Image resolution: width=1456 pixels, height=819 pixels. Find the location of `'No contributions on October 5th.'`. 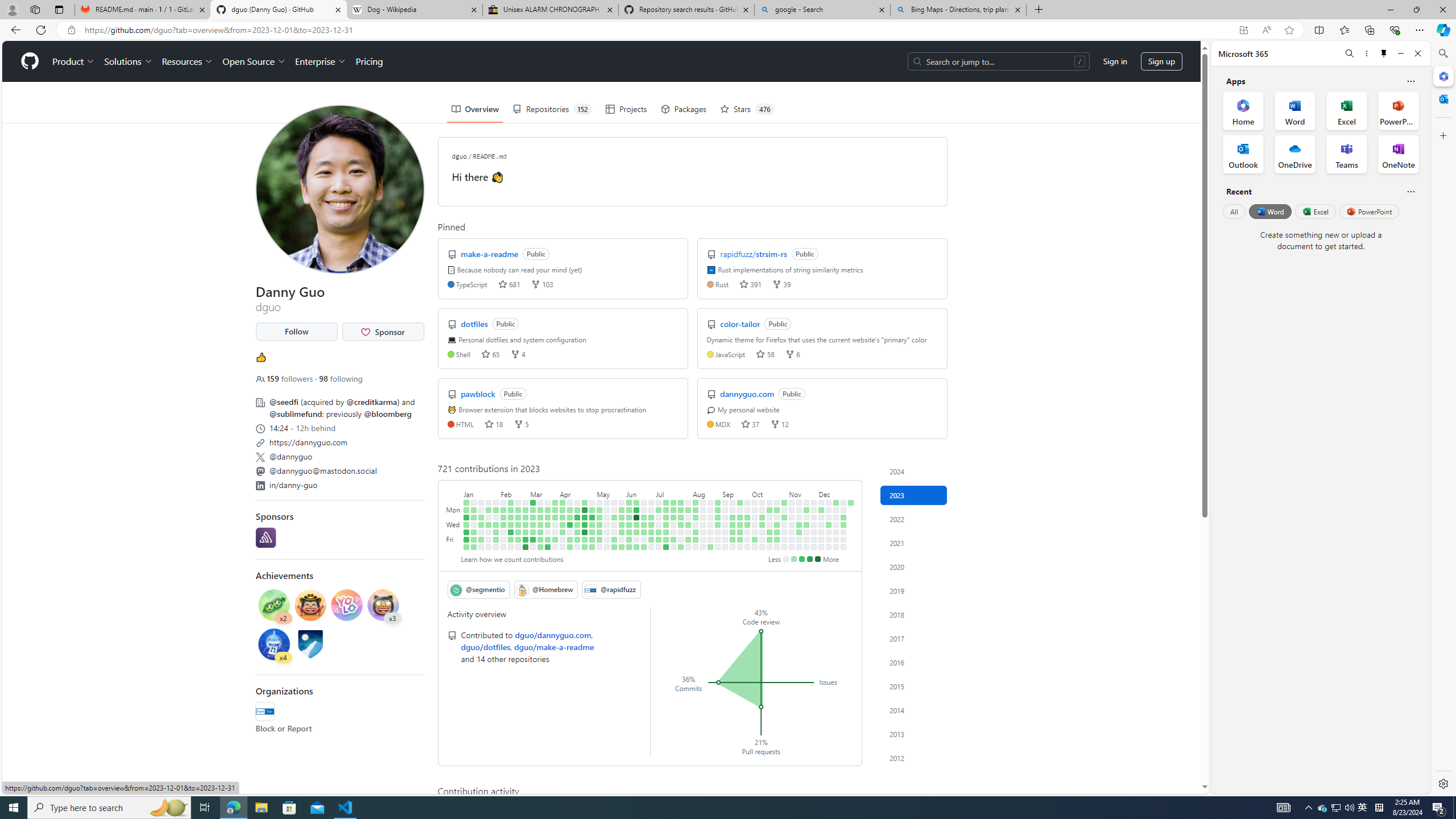

'No contributions on October 5th.' is located at coordinates (754, 531).